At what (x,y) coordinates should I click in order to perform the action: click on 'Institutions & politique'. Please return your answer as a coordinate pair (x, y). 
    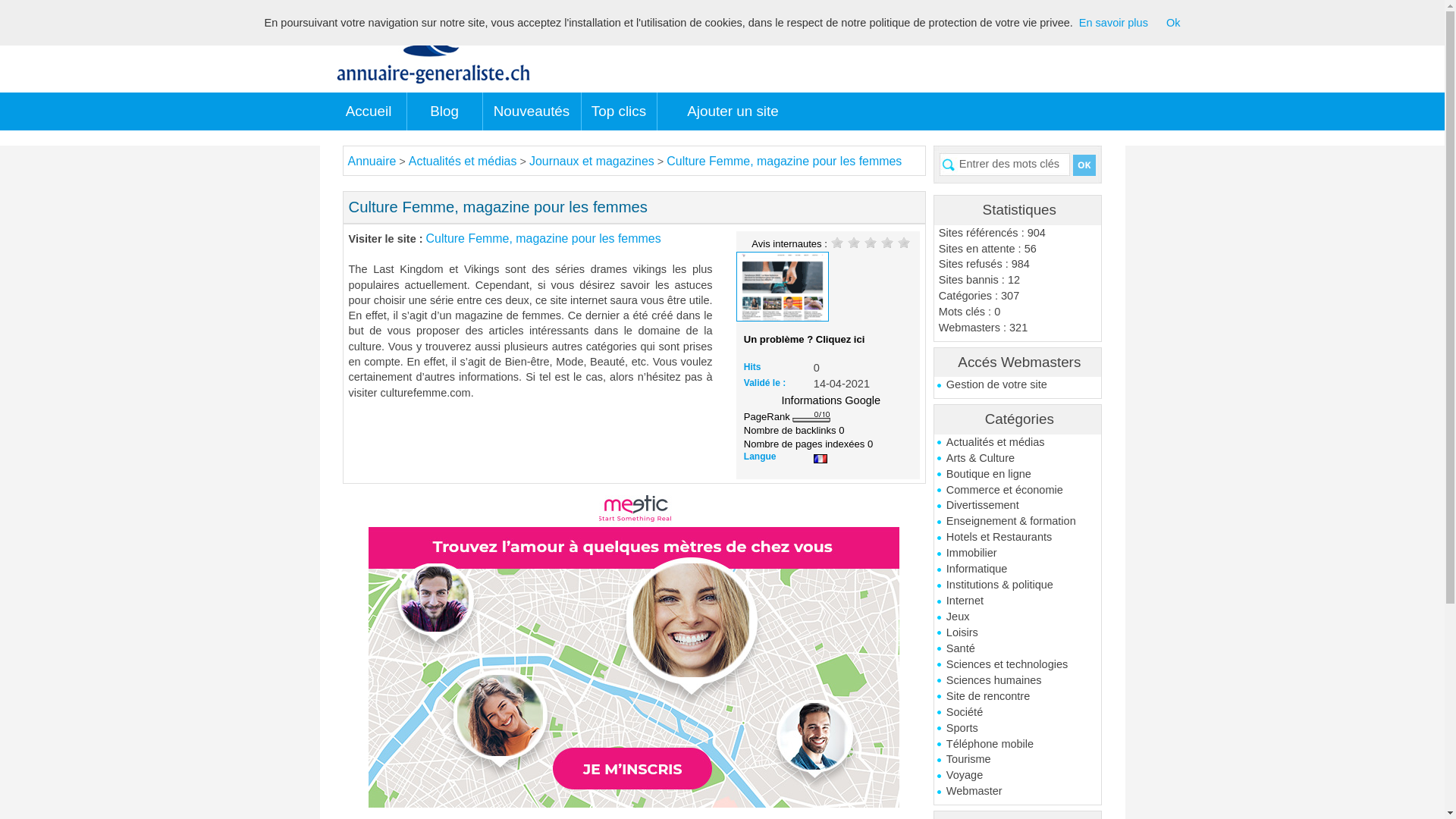
    Looking at the image, I should click on (1018, 584).